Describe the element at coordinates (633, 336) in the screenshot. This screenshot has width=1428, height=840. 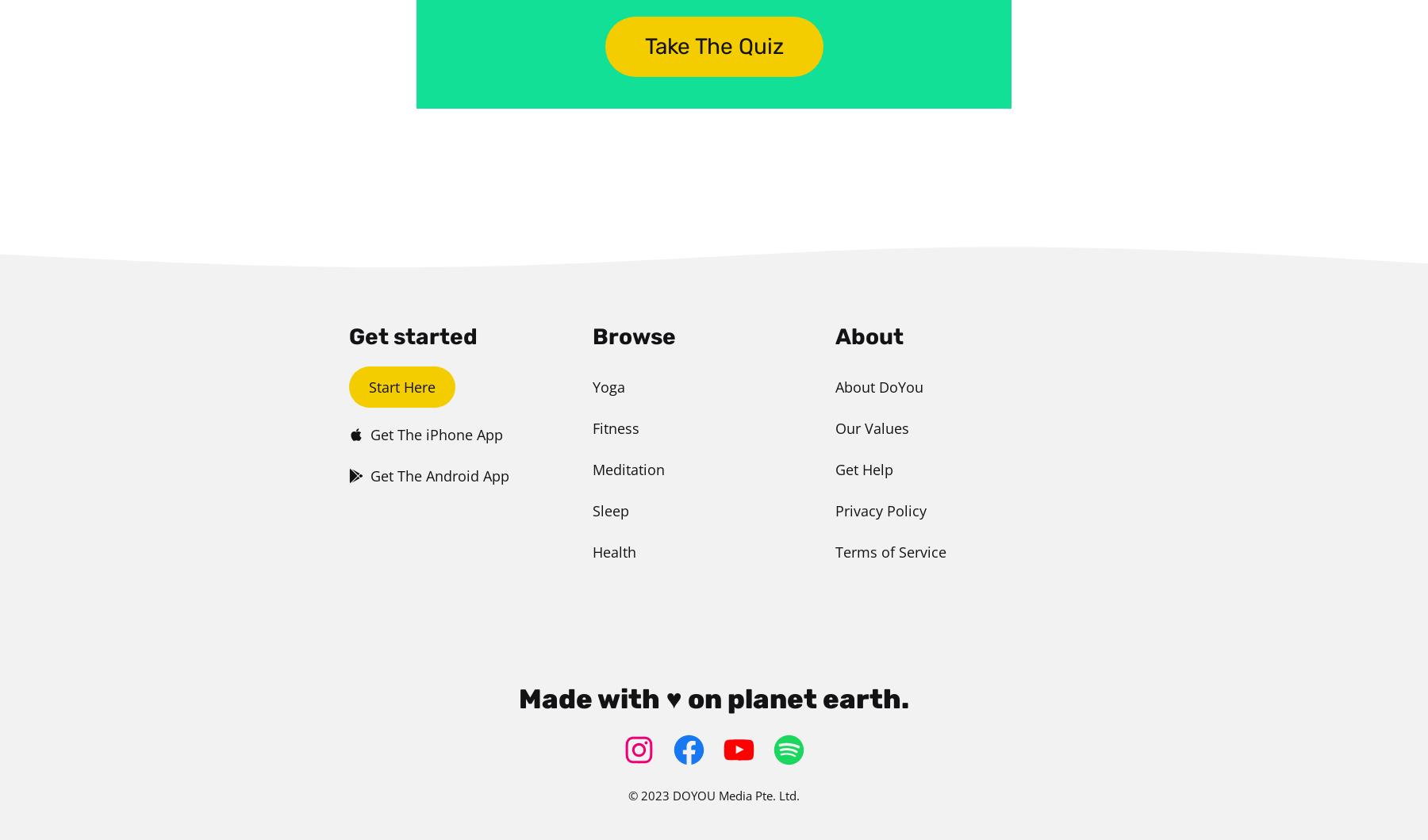
I see `'Browse'` at that location.